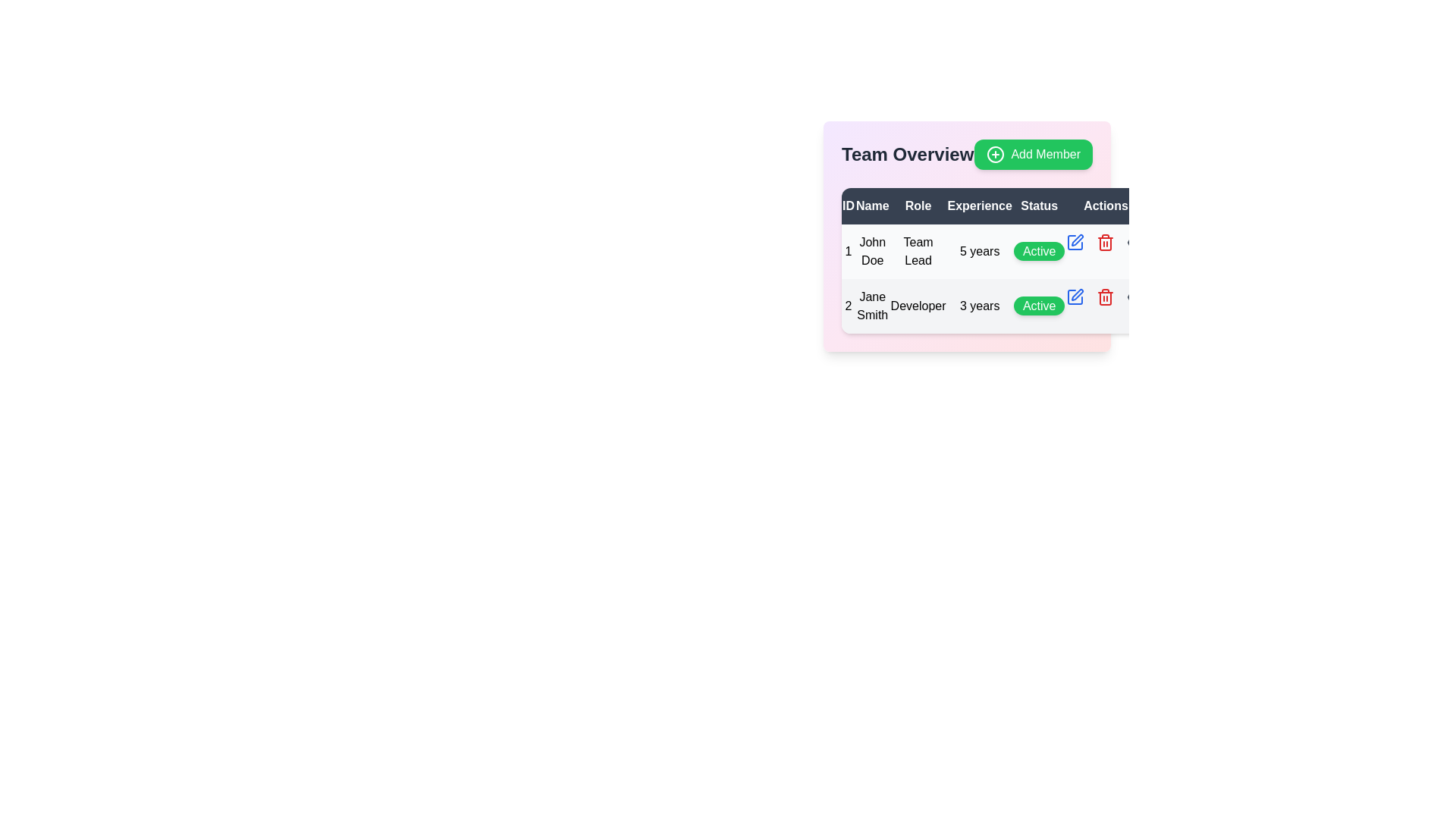  Describe the element at coordinates (980, 306) in the screenshot. I see `the static text field indicating the duration of experience for an individual, located in the fourth column labeled 'Experience' within the second row of the table` at that location.